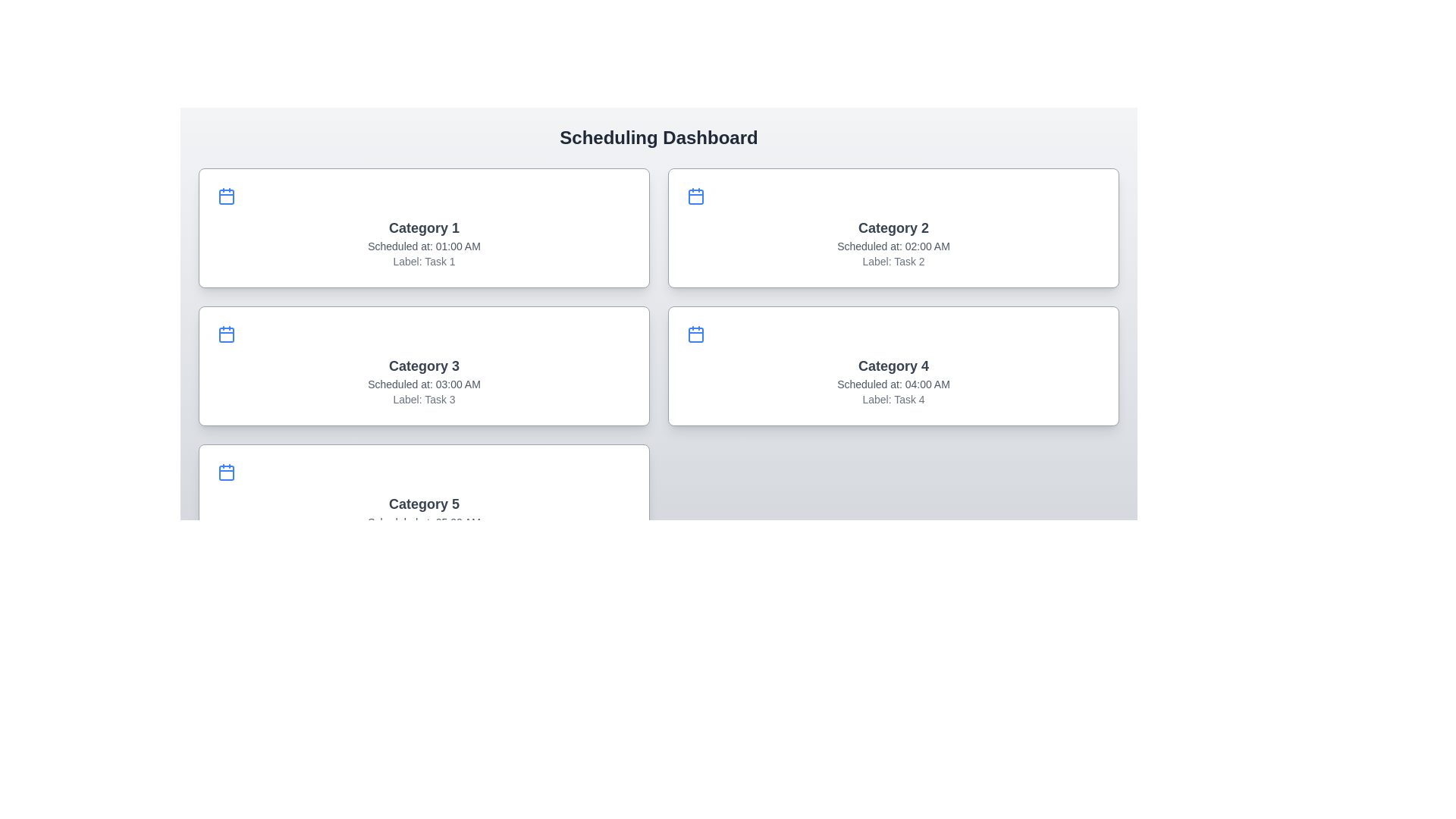 This screenshot has height=819, width=1456. What do you see at coordinates (424, 399) in the screenshot?
I see `the text label displaying 'Label: Task 3' positioned at the bottom of the 'Category 3' card in the grid layout` at bounding box center [424, 399].